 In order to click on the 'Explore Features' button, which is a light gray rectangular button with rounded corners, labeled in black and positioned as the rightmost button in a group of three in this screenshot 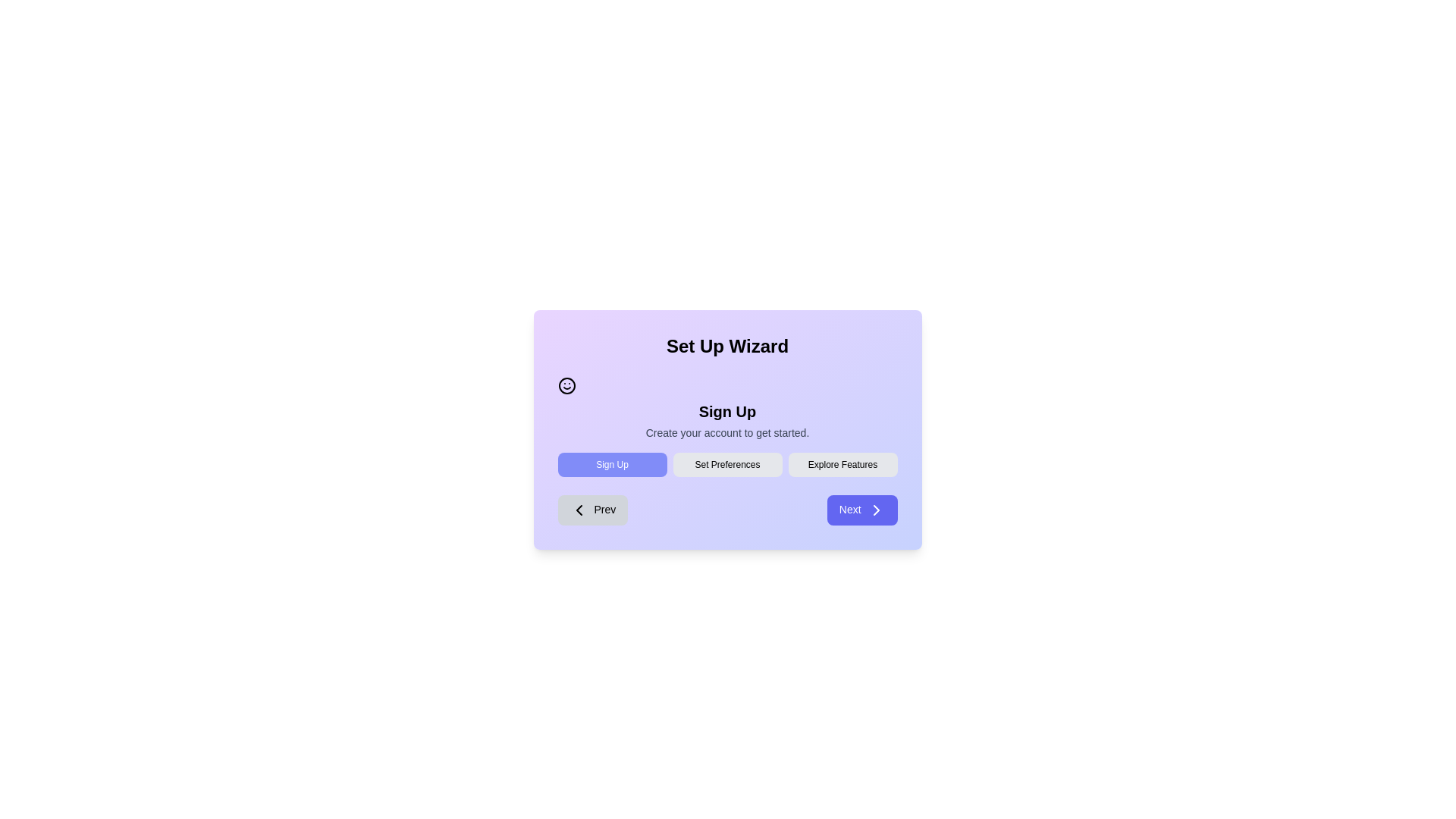, I will do `click(842, 464)`.